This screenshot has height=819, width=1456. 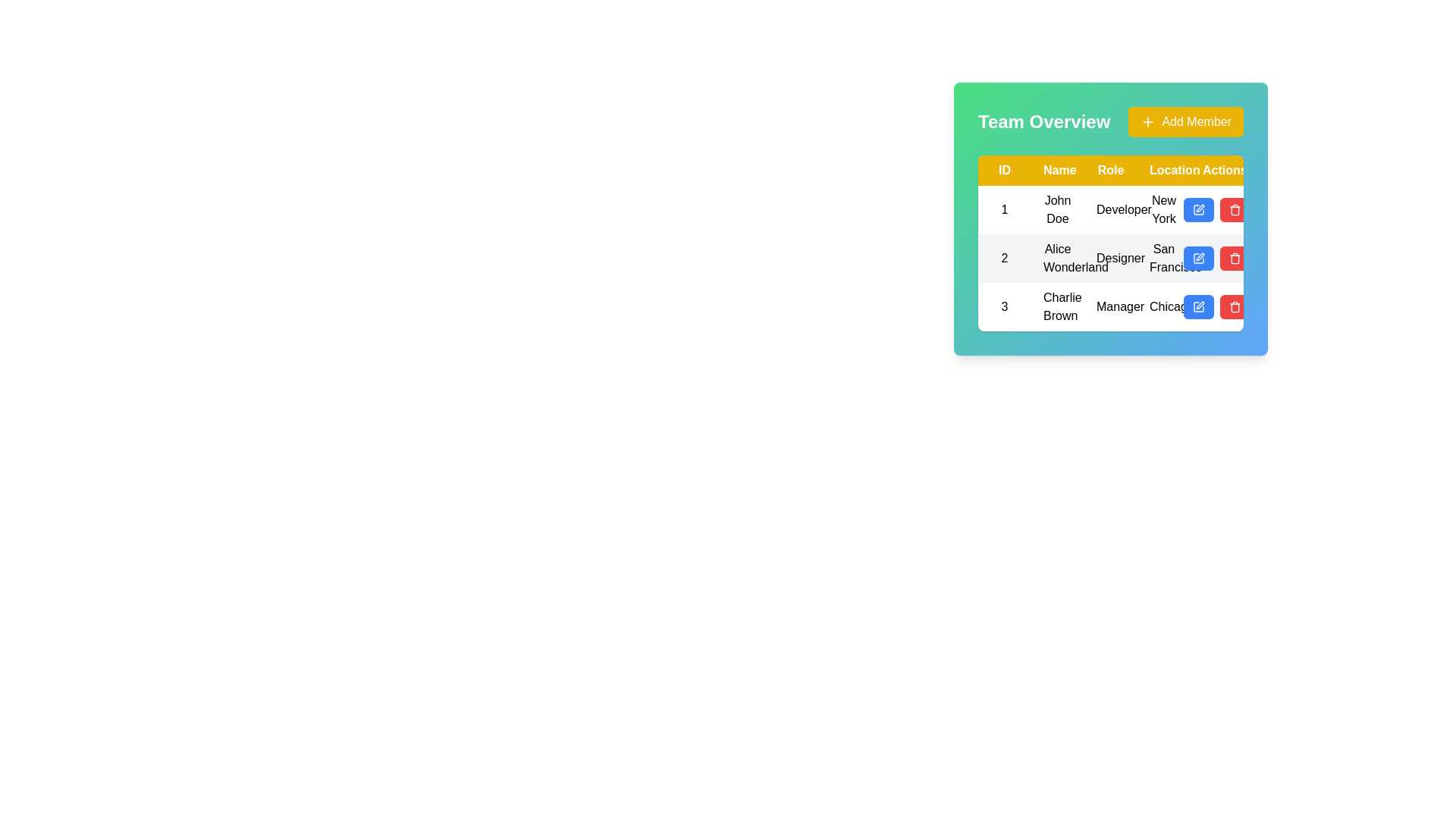 What do you see at coordinates (1216, 257) in the screenshot?
I see `the blue rectangular button with a pen icon in the 'Actions' column, aligned with 'Alice Wonderland' and 'Designer'` at bounding box center [1216, 257].